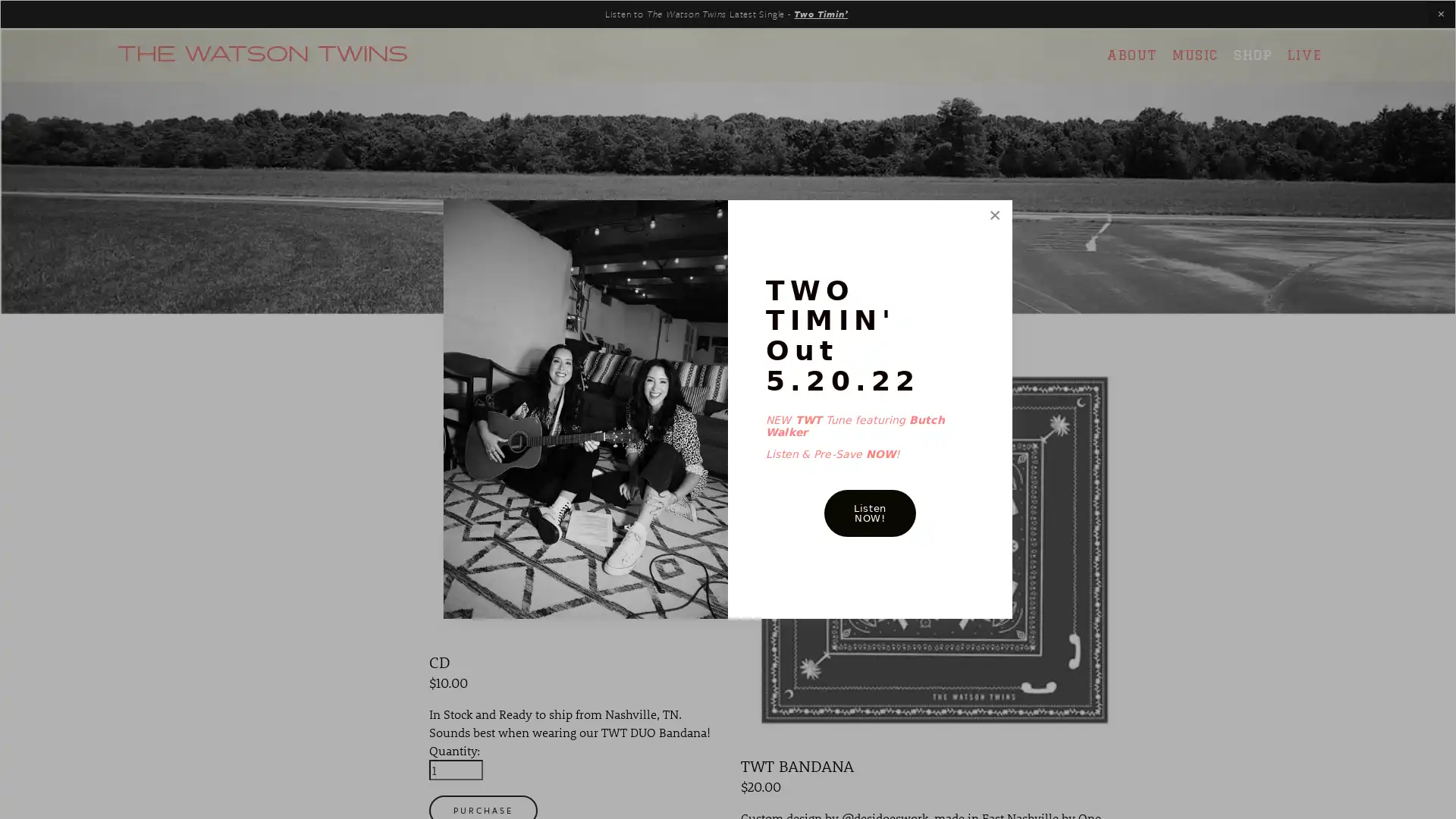  Describe the element at coordinates (1440, 14) in the screenshot. I see `Close Announcement` at that location.